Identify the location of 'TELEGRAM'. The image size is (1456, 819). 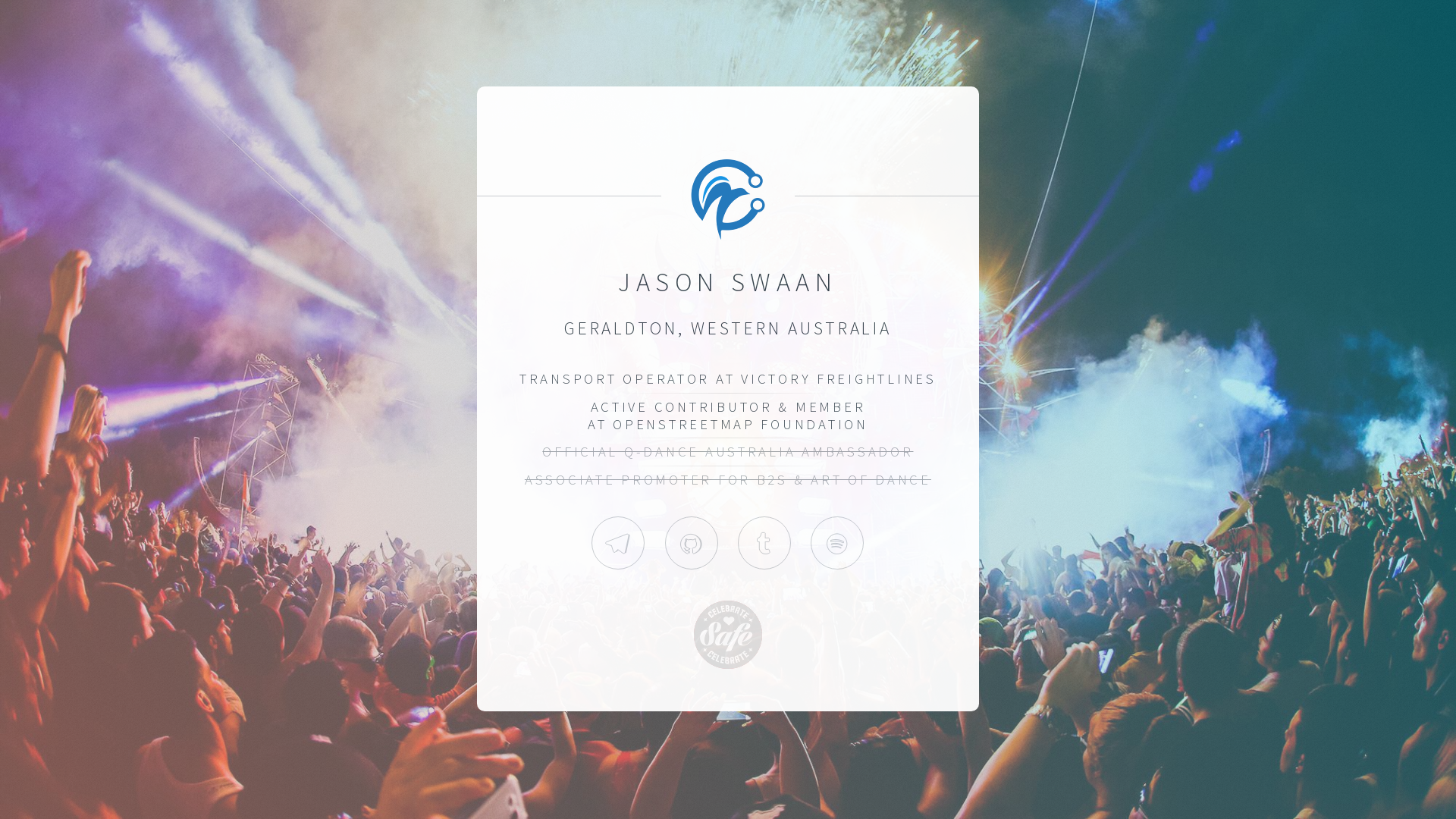
(618, 542).